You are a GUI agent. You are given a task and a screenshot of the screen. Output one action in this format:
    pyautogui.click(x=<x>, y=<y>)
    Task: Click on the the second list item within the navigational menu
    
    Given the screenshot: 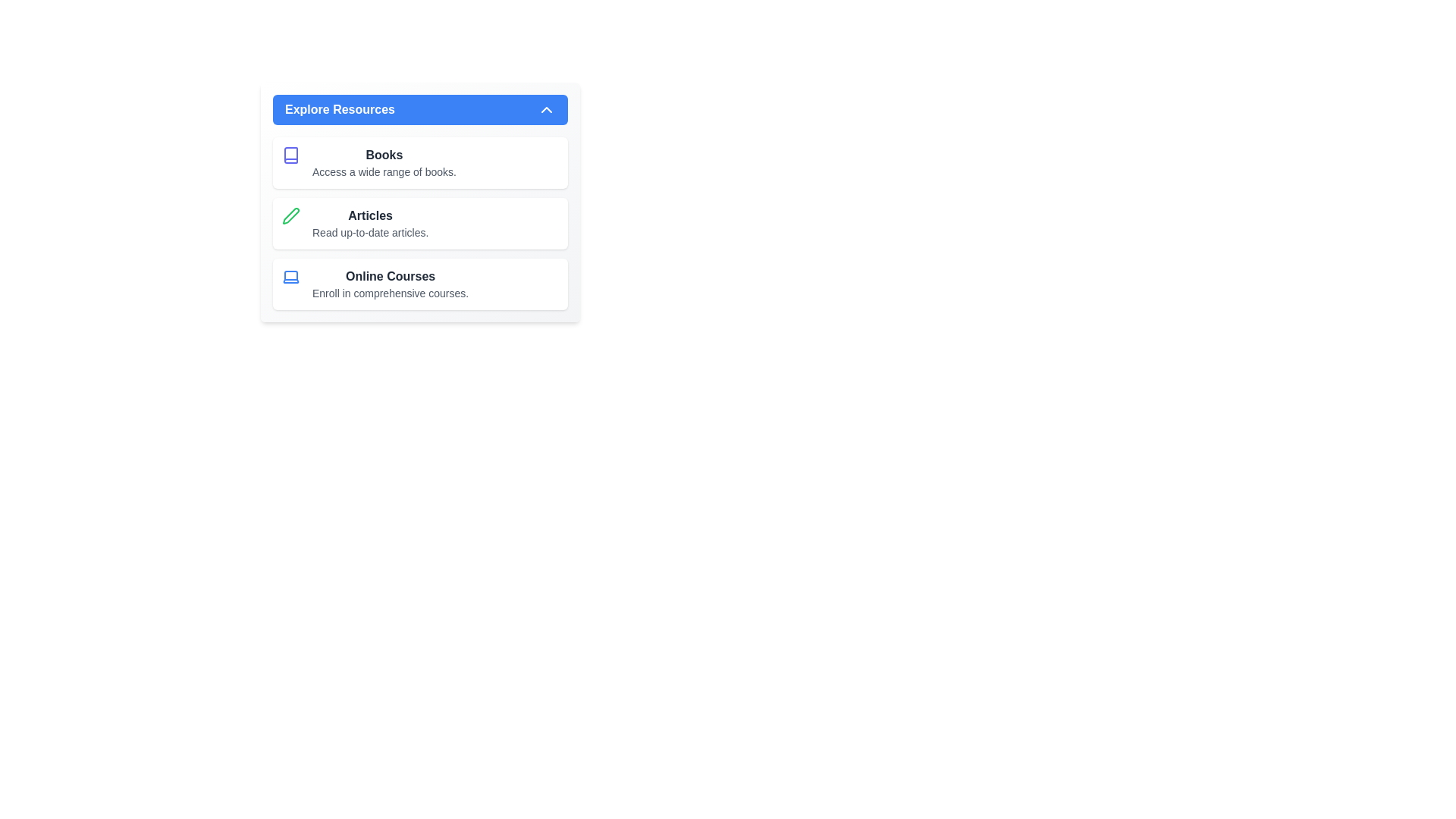 What is the action you would take?
    pyautogui.click(x=420, y=223)
    